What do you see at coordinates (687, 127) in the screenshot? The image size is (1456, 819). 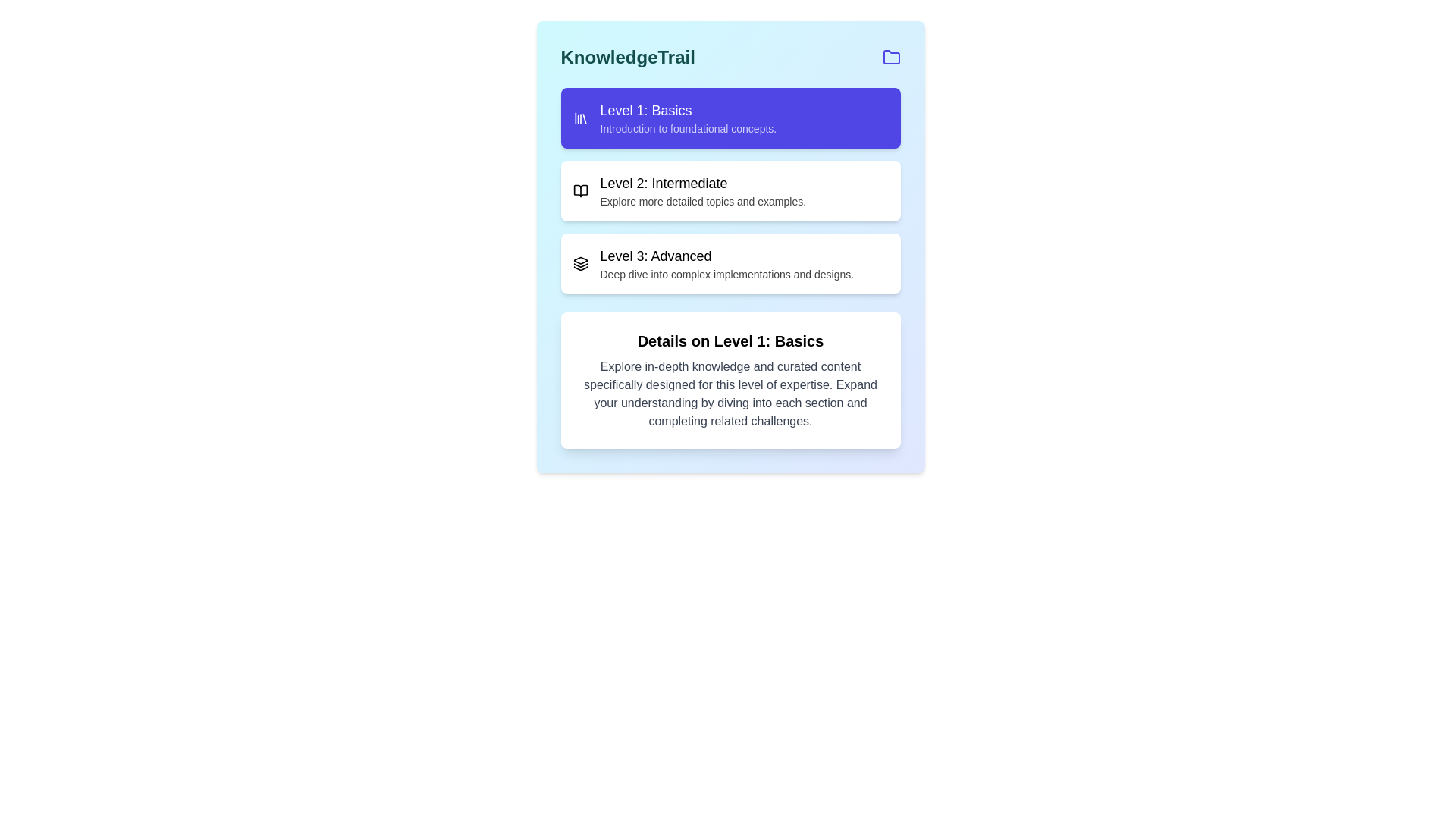 I see `text label that says 'Introduction to foundational concepts.' located below the title 'Level 1: Basics' in the 'KnowledgeTrail' interface` at bounding box center [687, 127].